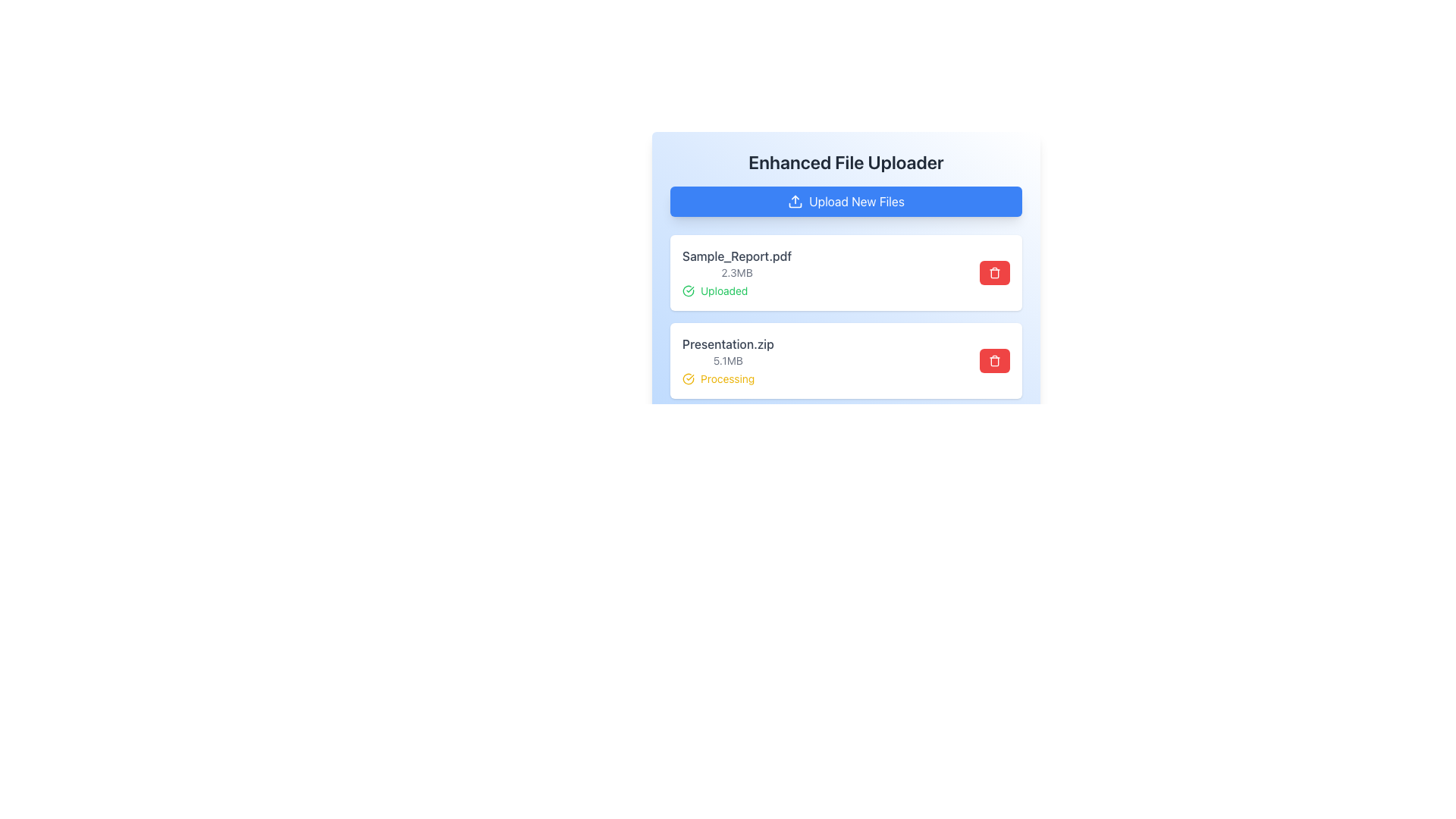 Image resolution: width=1456 pixels, height=819 pixels. What do you see at coordinates (687, 291) in the screenshot?
I see `the visual indicator icon for the uploaded file 'Sample_Report.pdf'` at bounding box center [687, 291].